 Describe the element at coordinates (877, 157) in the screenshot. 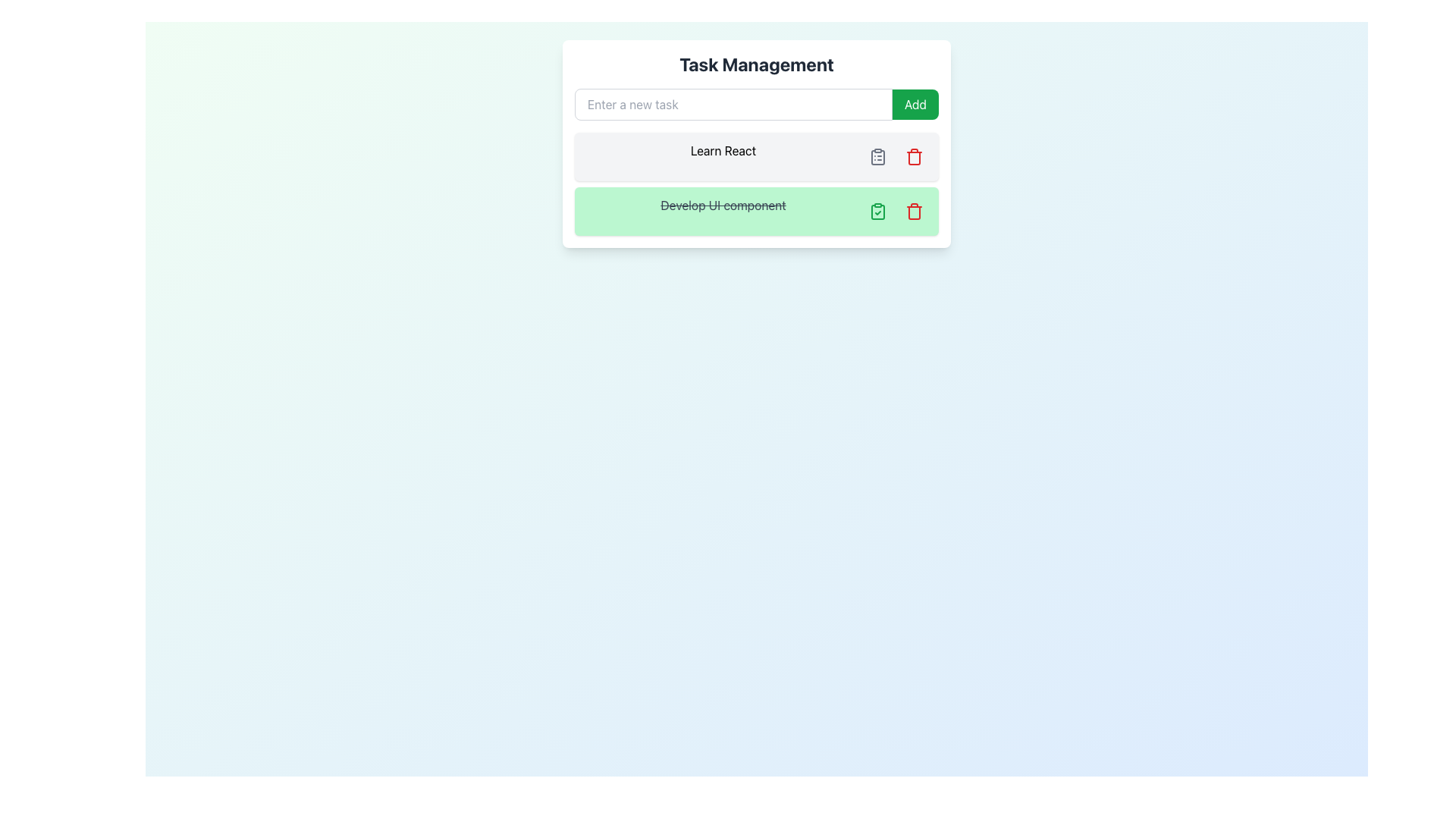

I see `the clickable icon` at that location.